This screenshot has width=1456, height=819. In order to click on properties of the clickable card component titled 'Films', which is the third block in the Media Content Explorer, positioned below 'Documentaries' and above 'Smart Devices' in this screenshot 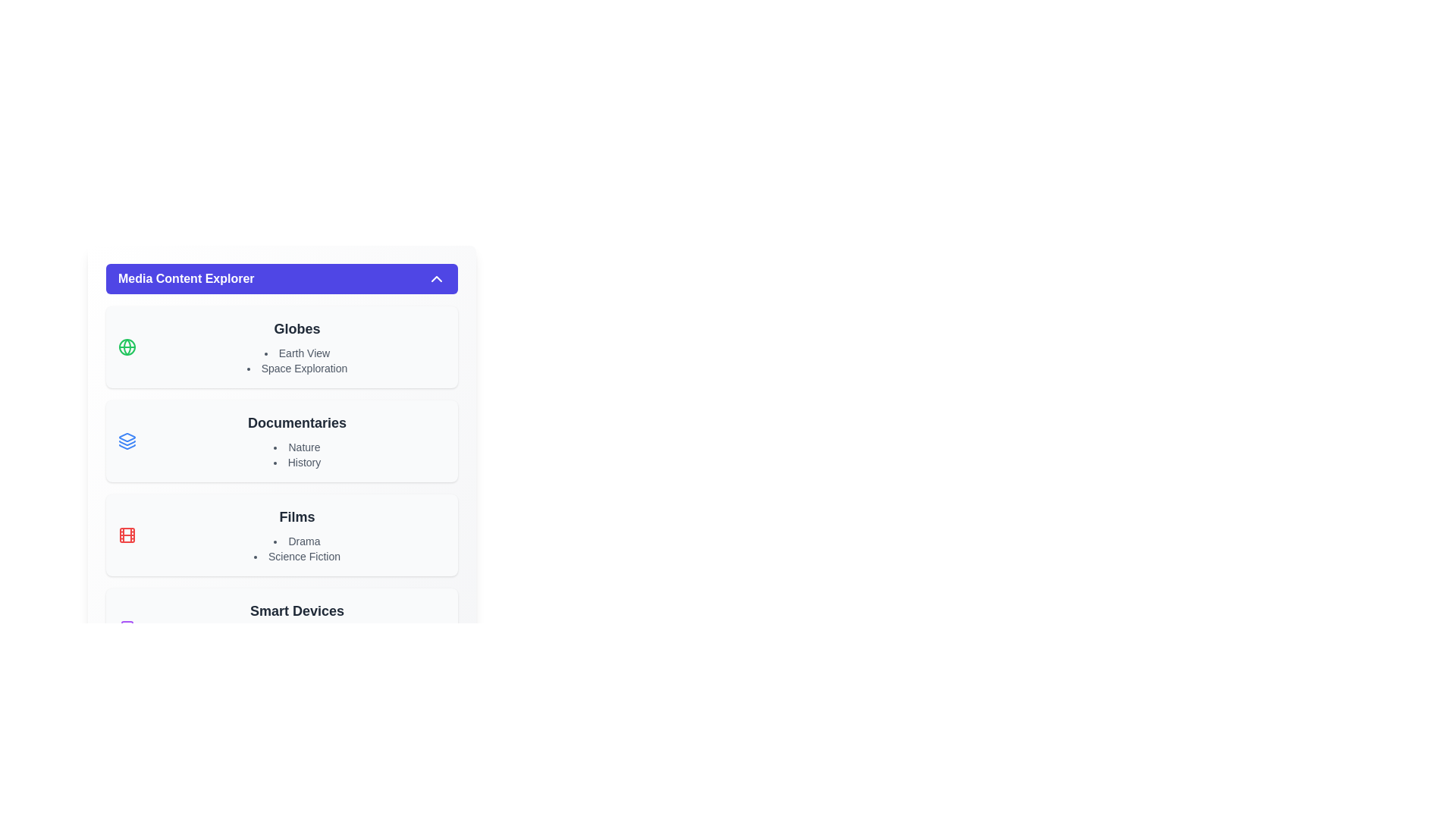, I will do `click(282, 534)`.